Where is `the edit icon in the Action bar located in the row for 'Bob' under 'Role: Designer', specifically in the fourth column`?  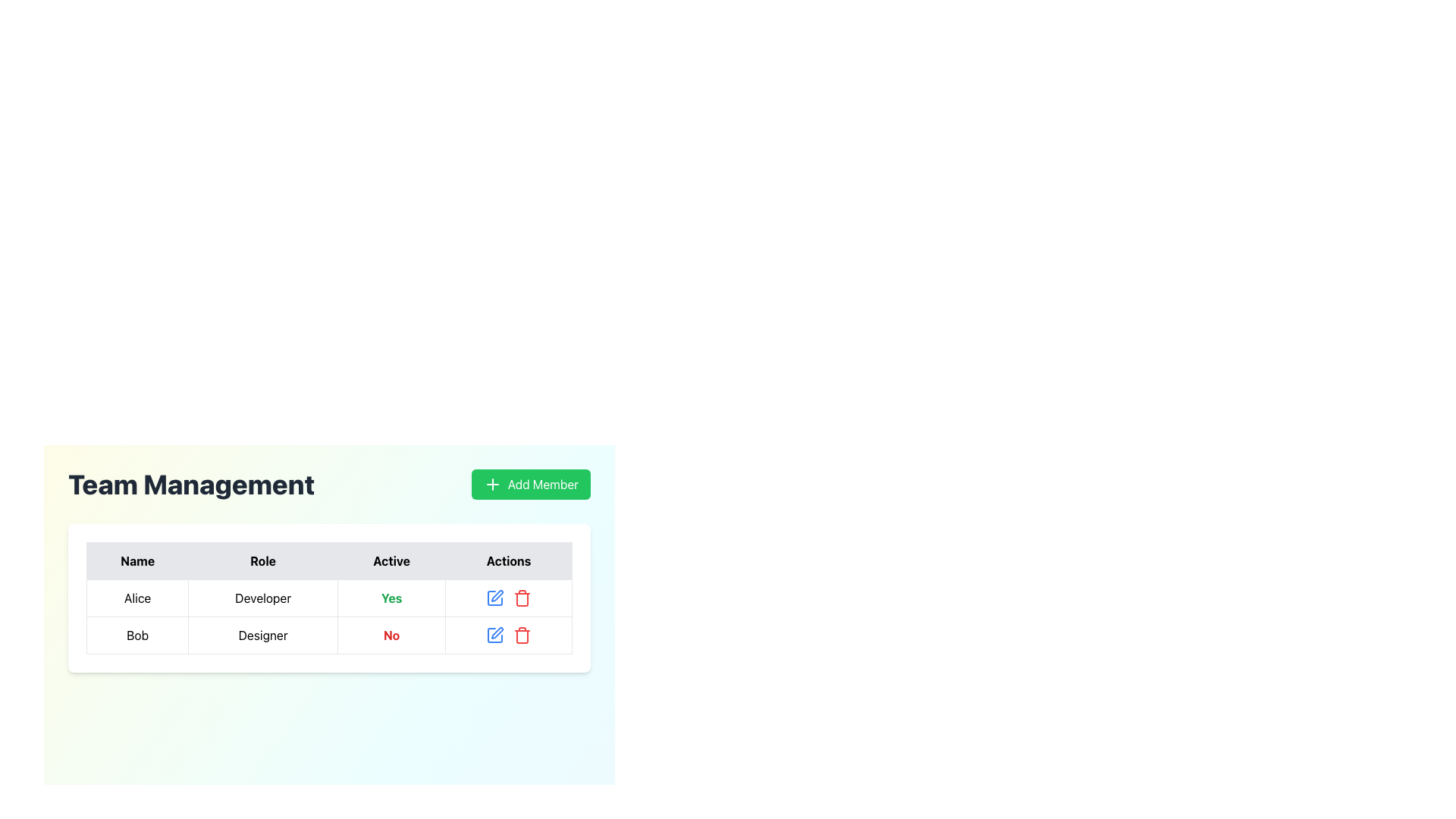
the edit icon in the Action bar located in the row for 'Bob' under 'Role: Designer', specifically in the fourth column is located at coordinates (509, 635).